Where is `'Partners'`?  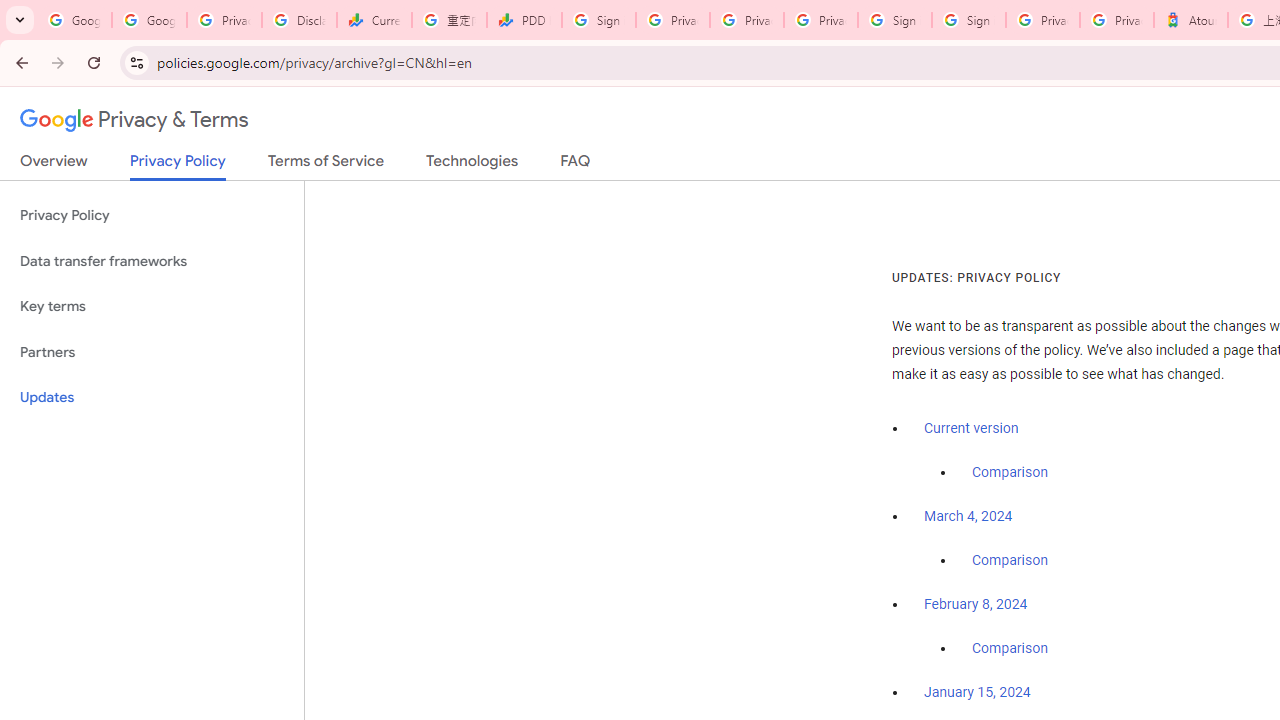 'Partners' is located at coordinates (151, 351).